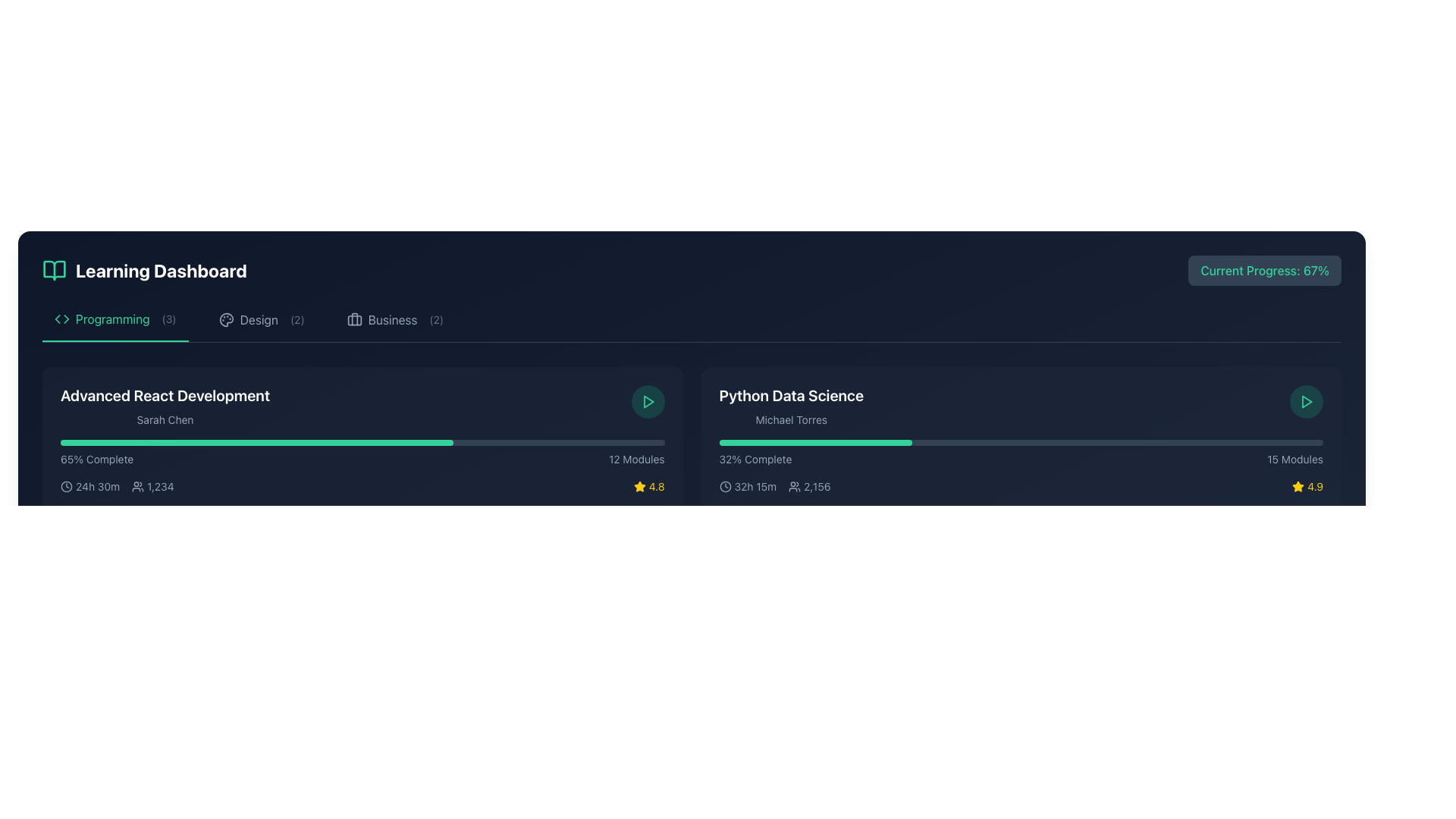 The height and width of the screenshot is (819, 1456). Describe the element at coordinates (152, 486) in the screenshot. I see `the text label displaying the numeric value '1,234' styled in gray font, which is accompanied by an icon of a group of people to its left, positioned in the lower portion of the card for the 'Advanced React Development' course` at that location.